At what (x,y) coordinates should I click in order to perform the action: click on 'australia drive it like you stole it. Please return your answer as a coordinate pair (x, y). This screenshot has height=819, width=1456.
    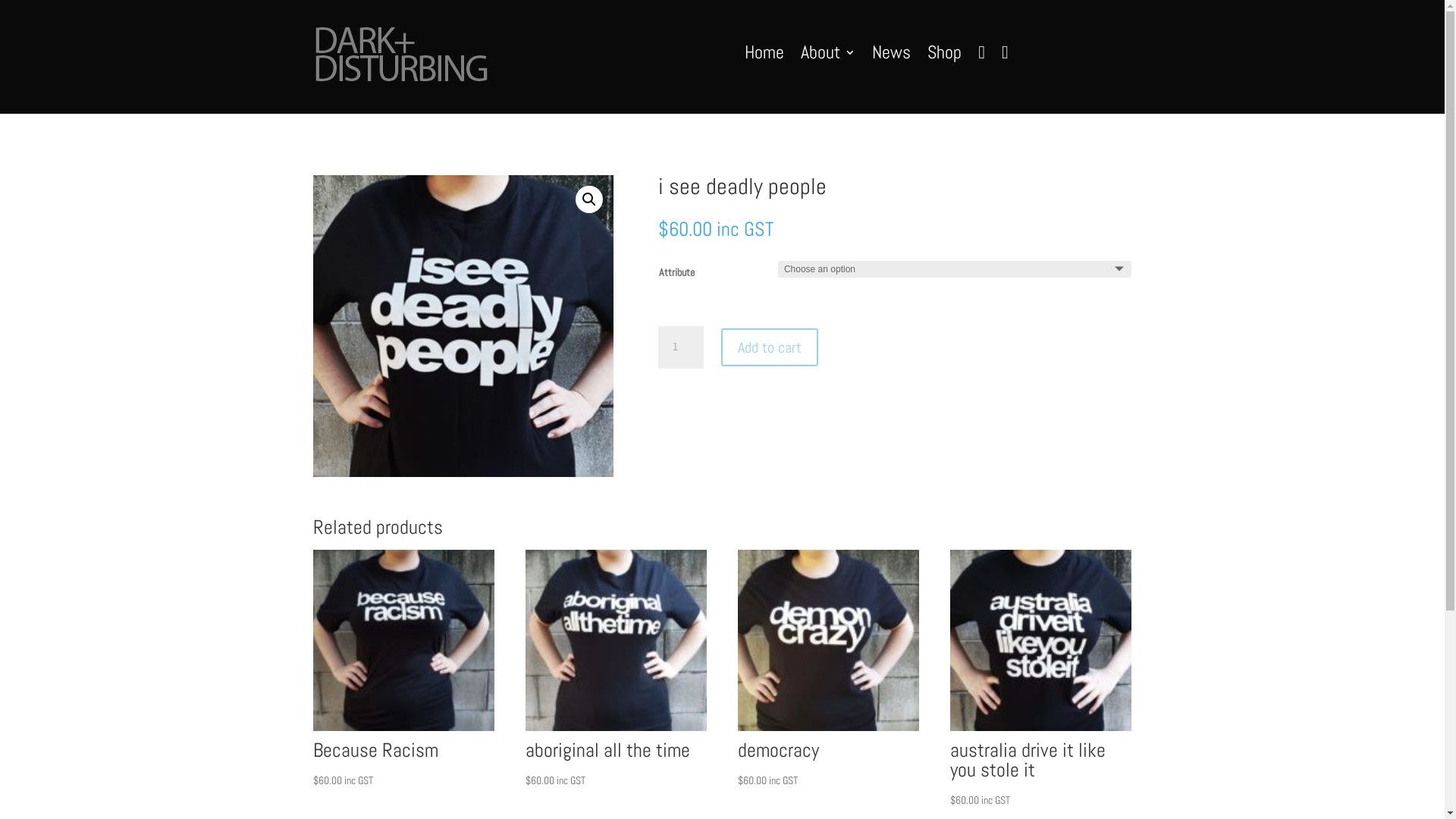
    Looking at the image, I should click on (1040, 679).